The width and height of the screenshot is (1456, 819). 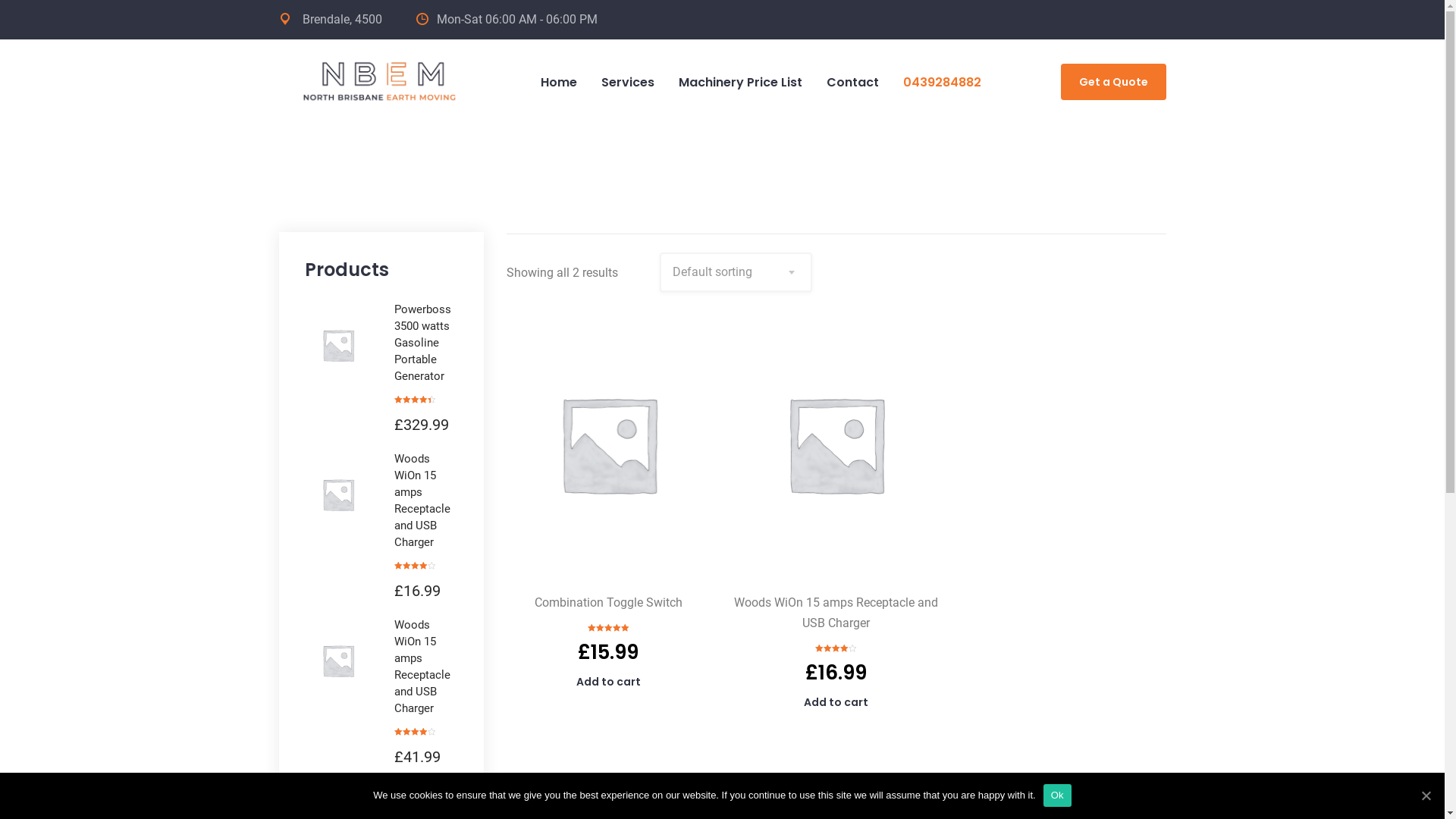 I want to click on 'Powerboss 3500 watts Gasoline Portable Generator', so click(x=425, y=342).